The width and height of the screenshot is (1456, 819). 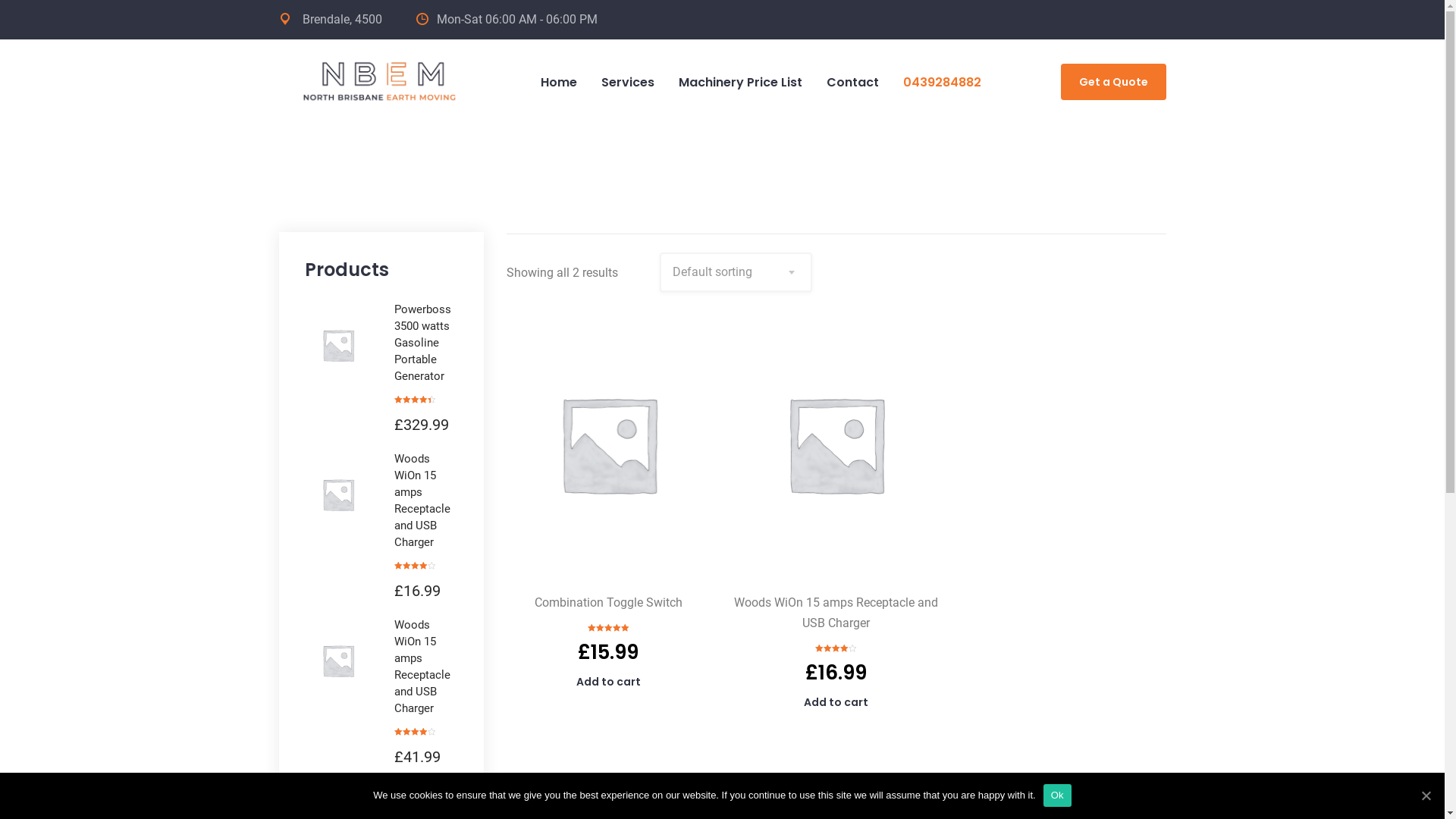 I want to click on 'Powerboss 3500 watts Gasoline Portable Generator', so click(x=425, y=342).